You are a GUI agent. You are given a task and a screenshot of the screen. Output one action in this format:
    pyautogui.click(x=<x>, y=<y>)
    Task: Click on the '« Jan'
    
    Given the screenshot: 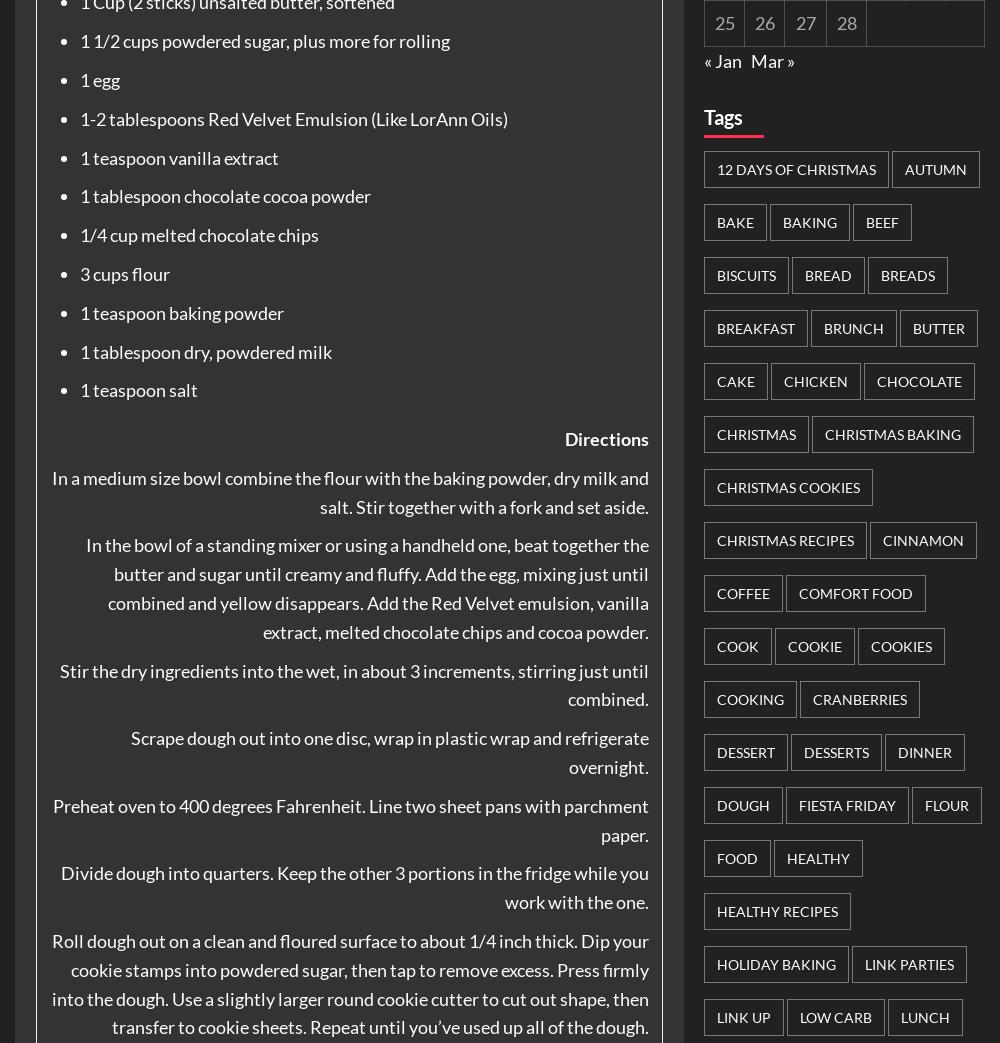 What is the action you would take?
    pyautogui.click(x=722, y=58)
    